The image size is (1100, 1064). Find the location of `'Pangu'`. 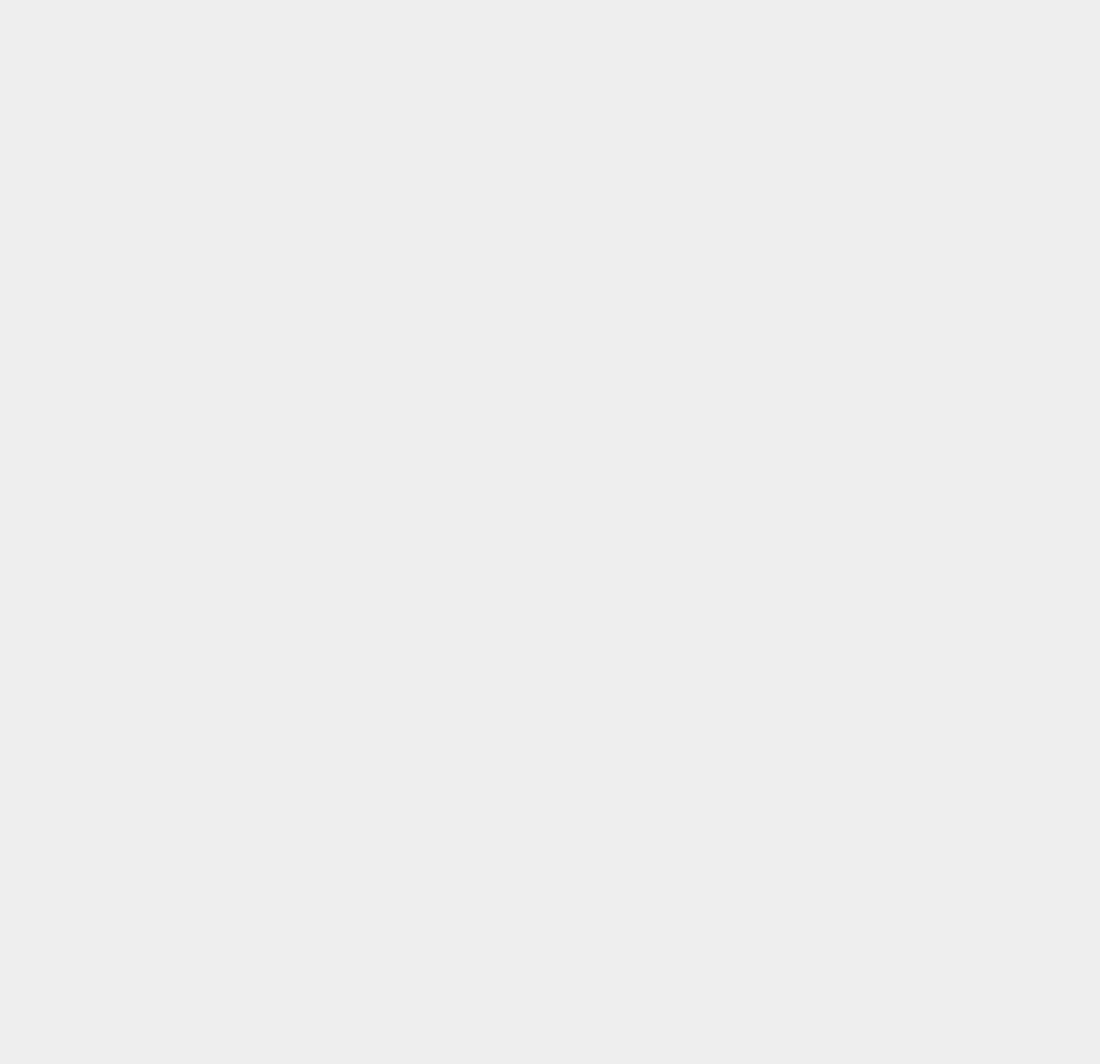

'Pangu' is located at coordinates (798, 787).